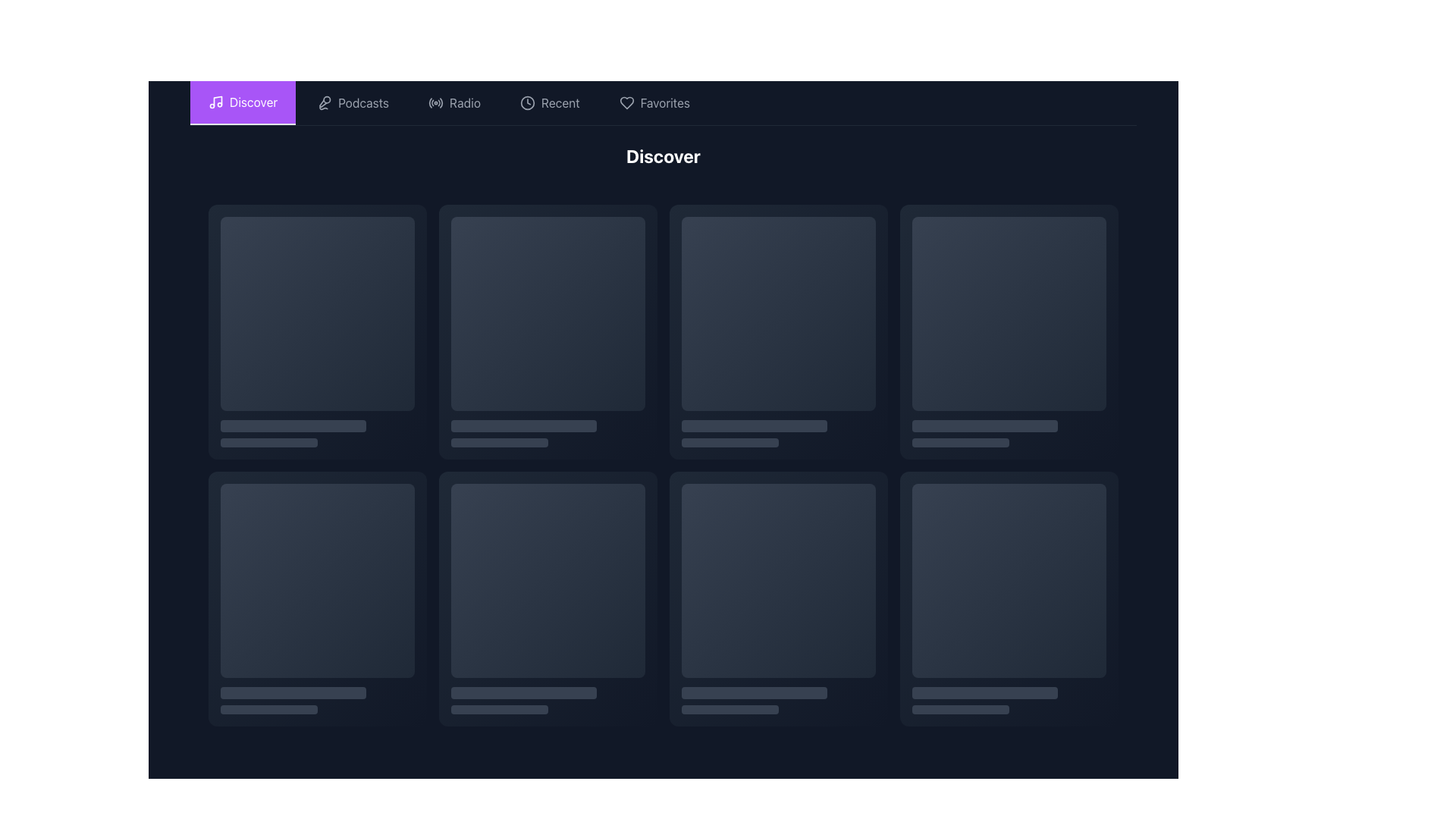 The width and height of the screenshot is (1456, 819). What do you see at coordinates (528, 102) in the screenshot?
I see `the Circle SVG element that represents the clock's face in the navigation bar near the 'Recent' label` at bounding box center [528, 102].